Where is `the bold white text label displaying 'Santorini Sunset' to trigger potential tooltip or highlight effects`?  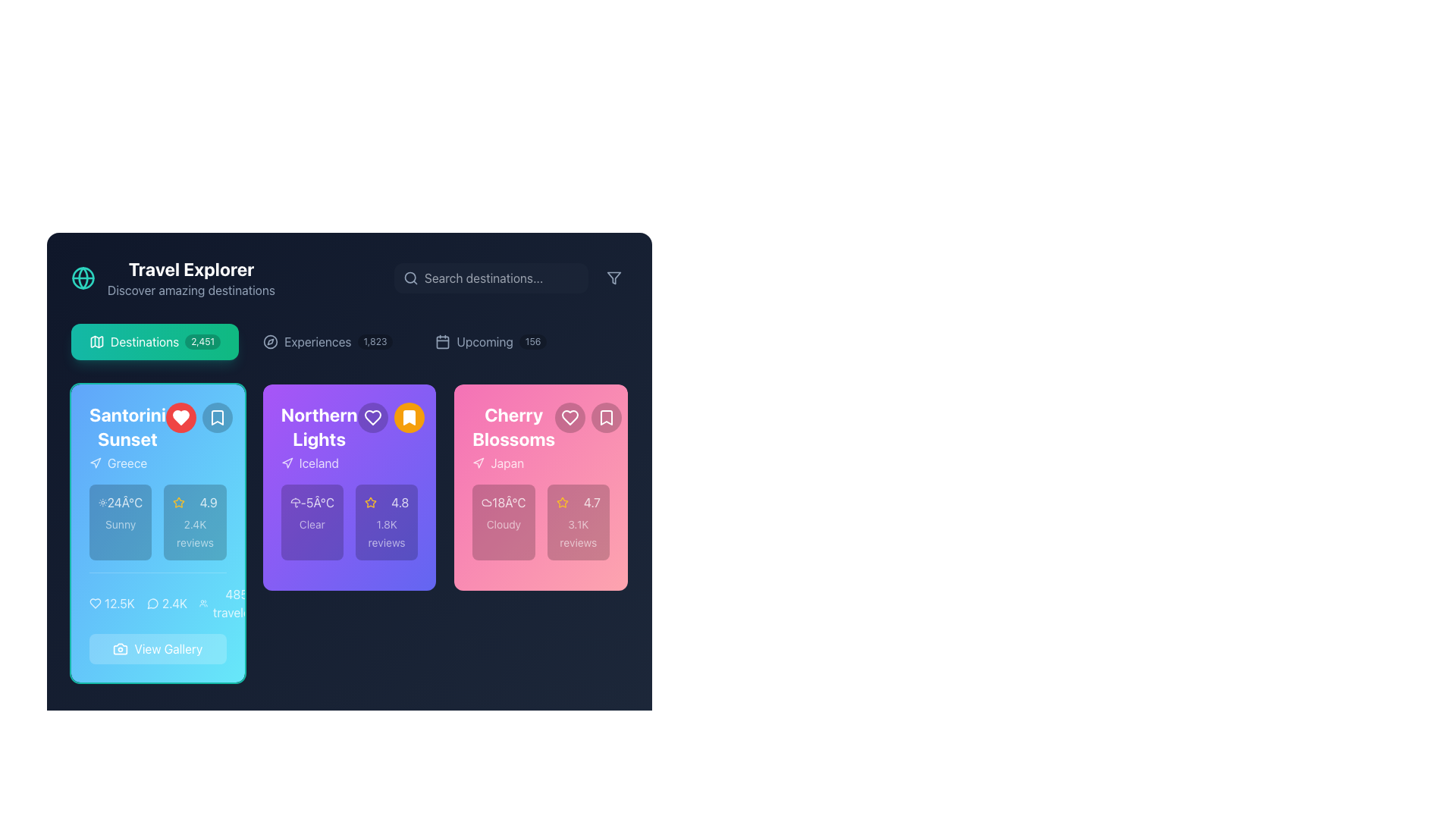
the bold white text label displaying 'Santorini Sunset' to trigger potential tooltip or highlight effects is located at coordinates (127, 427).